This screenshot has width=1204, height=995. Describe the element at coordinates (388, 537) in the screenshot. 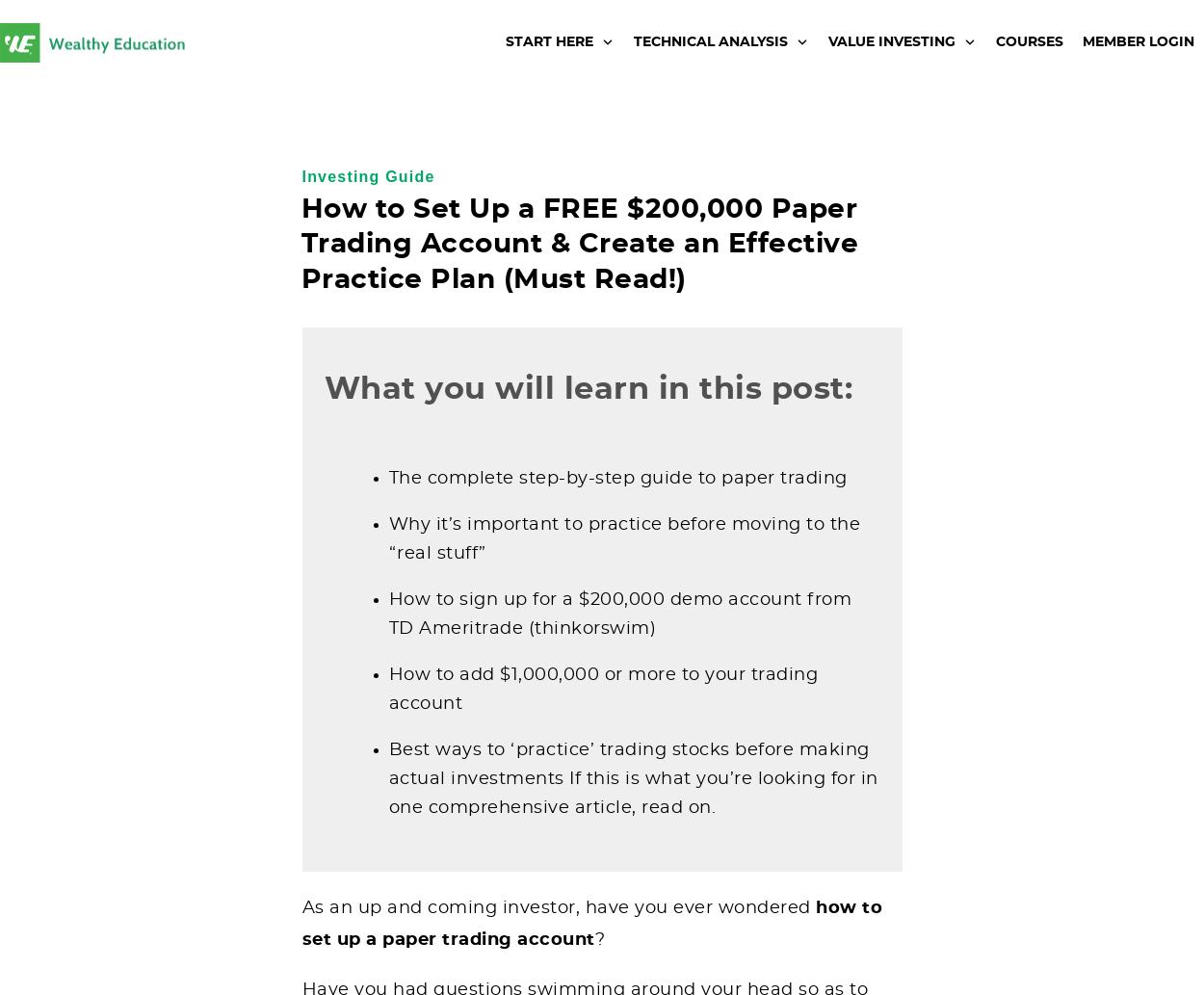

I see `'Why it’s important to practice before moving to the “real stuff”'` at that location.